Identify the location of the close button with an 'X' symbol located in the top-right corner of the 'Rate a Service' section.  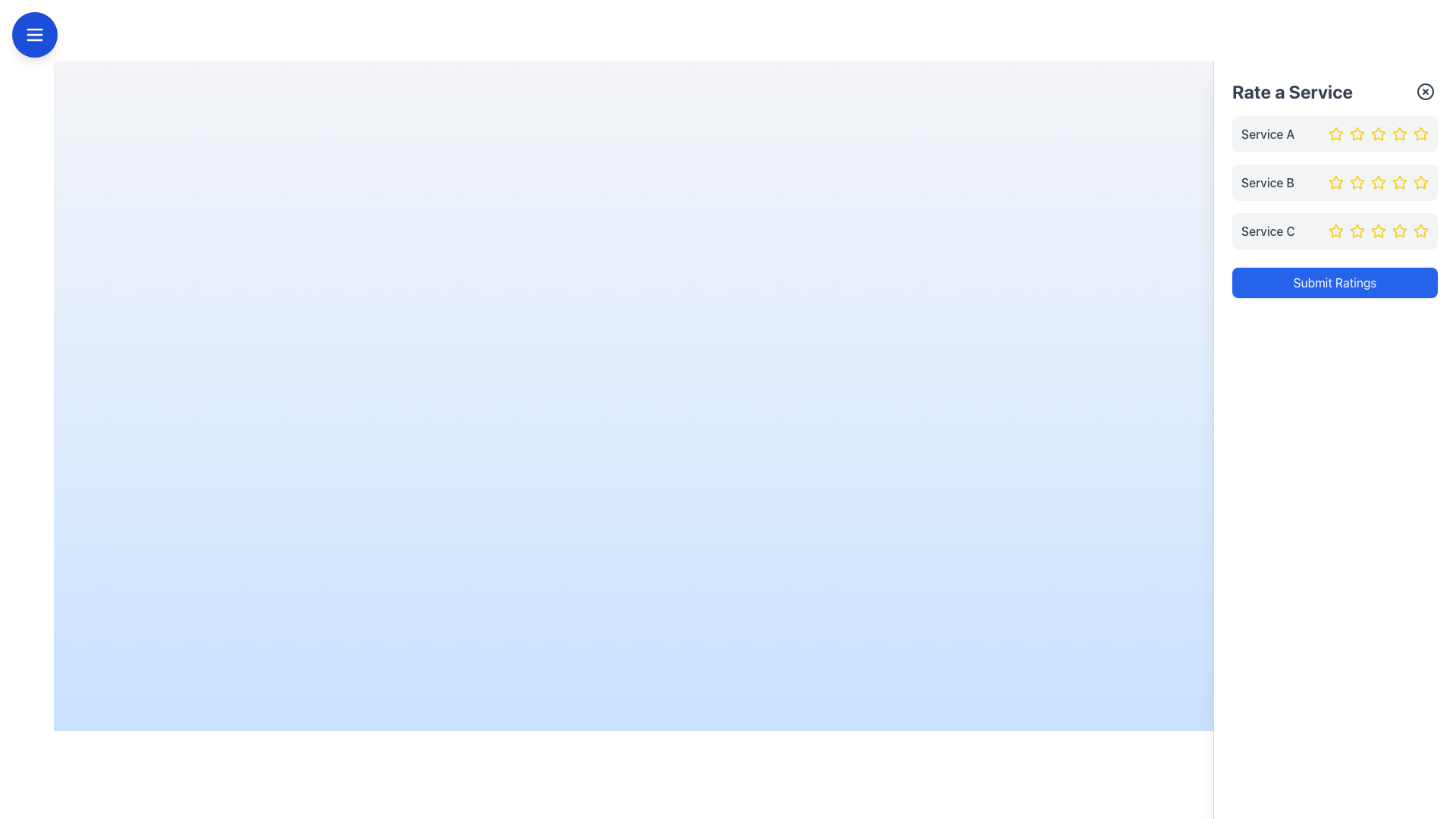
(1425, 91).